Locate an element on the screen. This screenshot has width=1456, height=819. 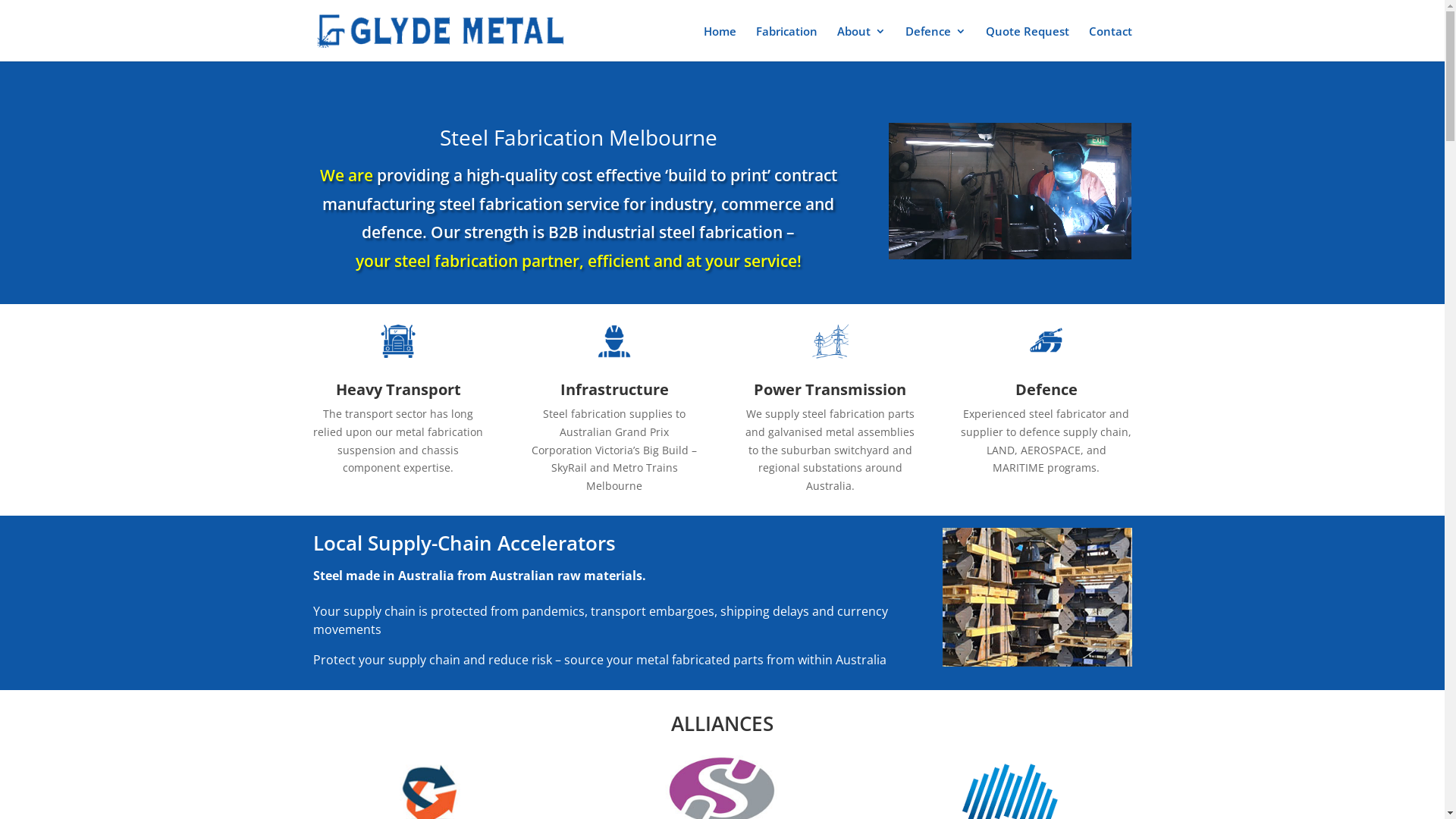
'Defence' is located at coordinates (934, 42).